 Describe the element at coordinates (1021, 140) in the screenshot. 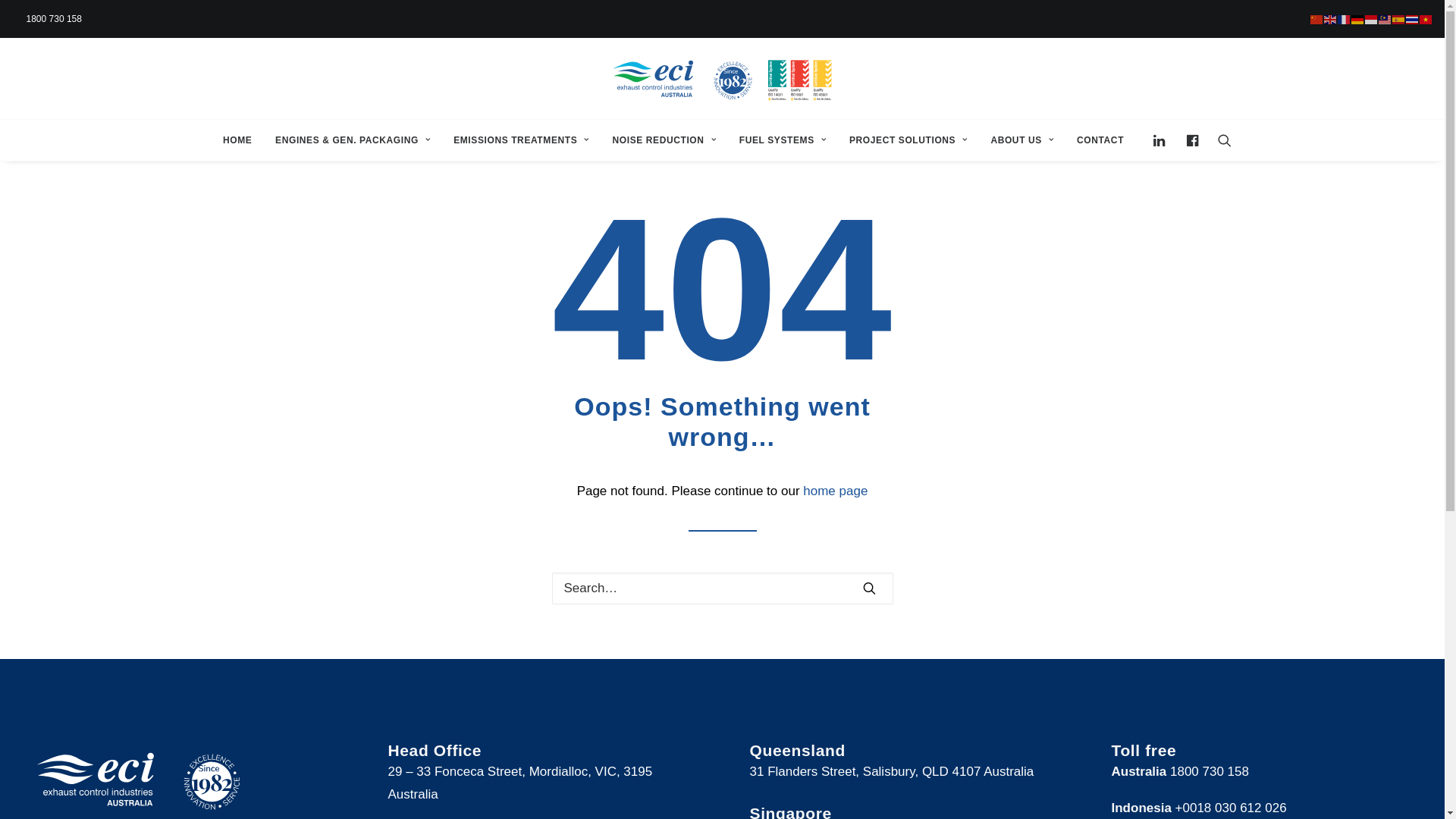

I see `'ABOUT US'` at that location.